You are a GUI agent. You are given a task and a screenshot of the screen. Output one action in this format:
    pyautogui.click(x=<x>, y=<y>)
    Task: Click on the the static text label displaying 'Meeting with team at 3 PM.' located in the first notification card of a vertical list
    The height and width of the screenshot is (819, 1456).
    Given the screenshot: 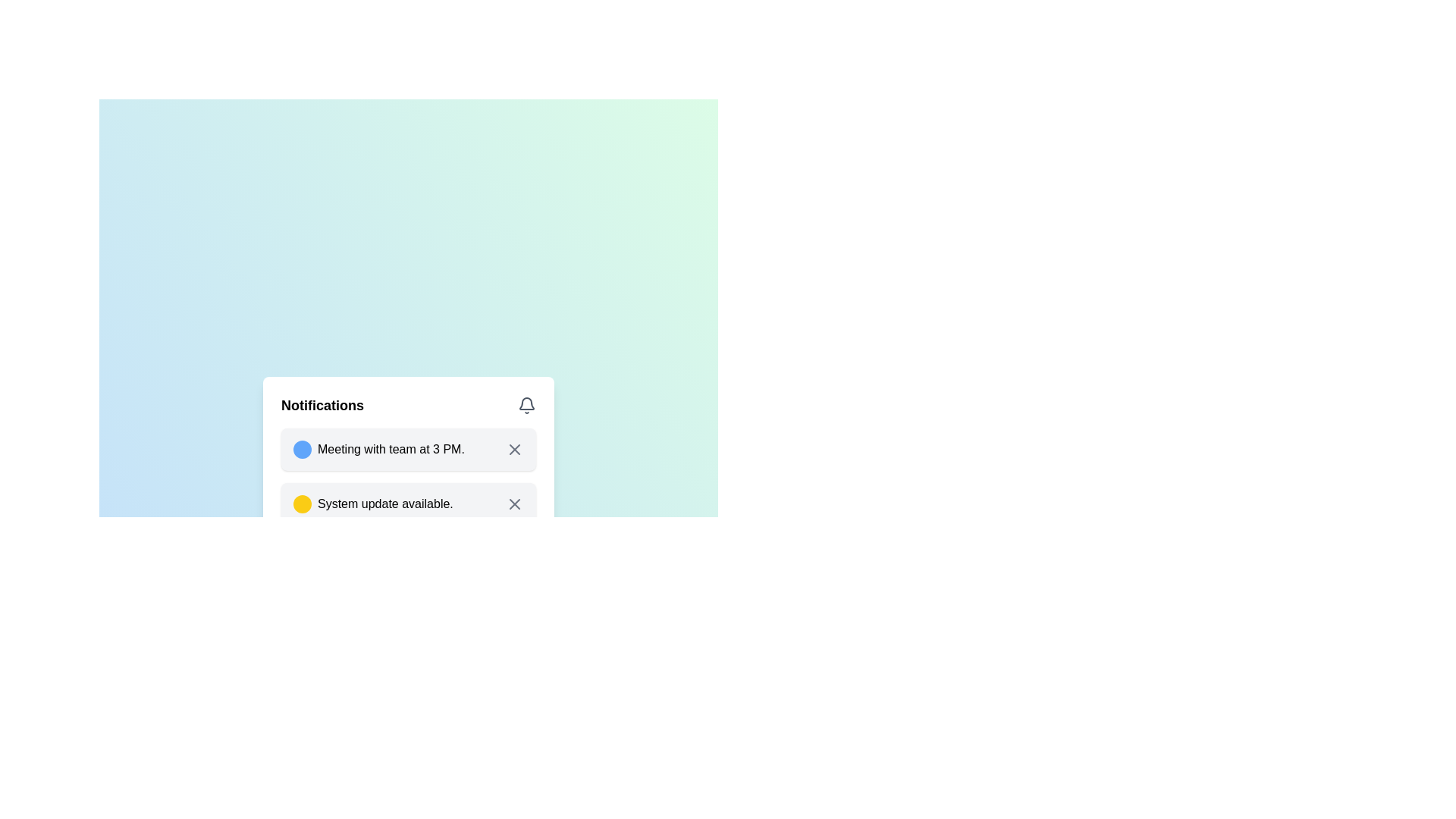 What is the action you would take?
    pyautogui.click(x=391, y=449)
    